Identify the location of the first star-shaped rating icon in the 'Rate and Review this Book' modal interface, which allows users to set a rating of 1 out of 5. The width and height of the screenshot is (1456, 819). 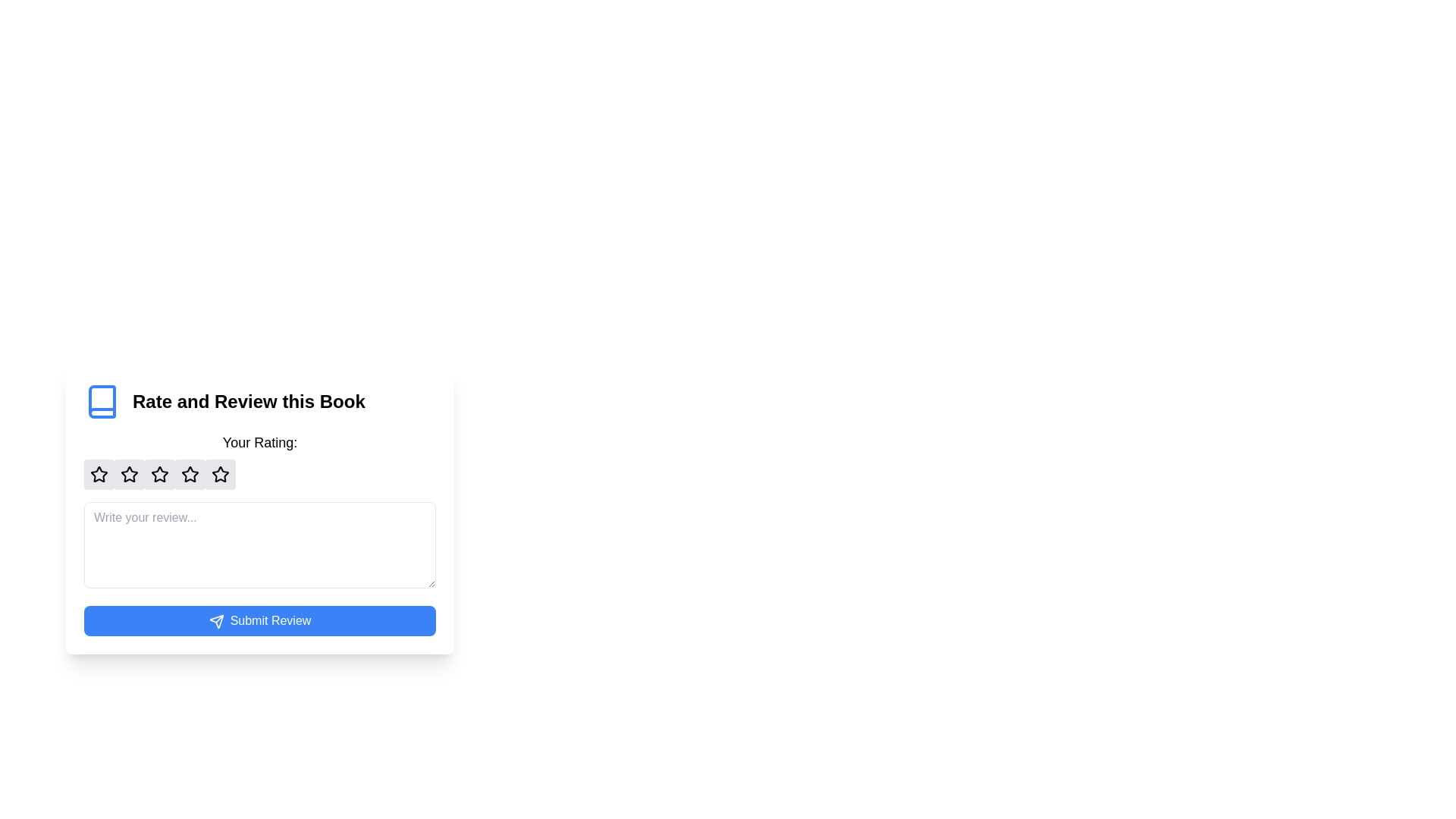
(98, 473).